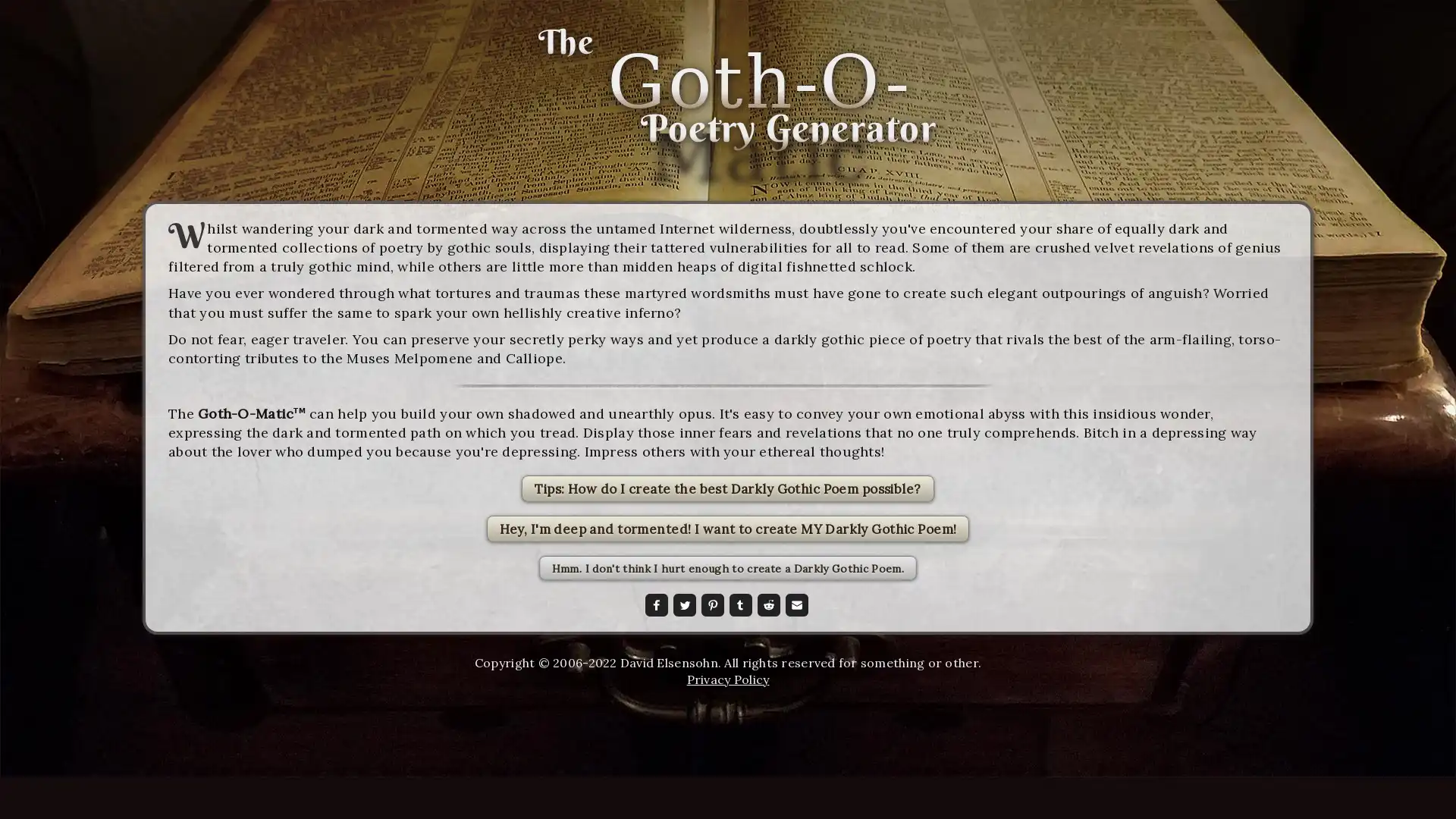 This screenshot has height=819, width=1456. What do you see at coordinates (767, 604) in the screenshot?
I see `Share to Reddit` at bounding box center [767, 604].